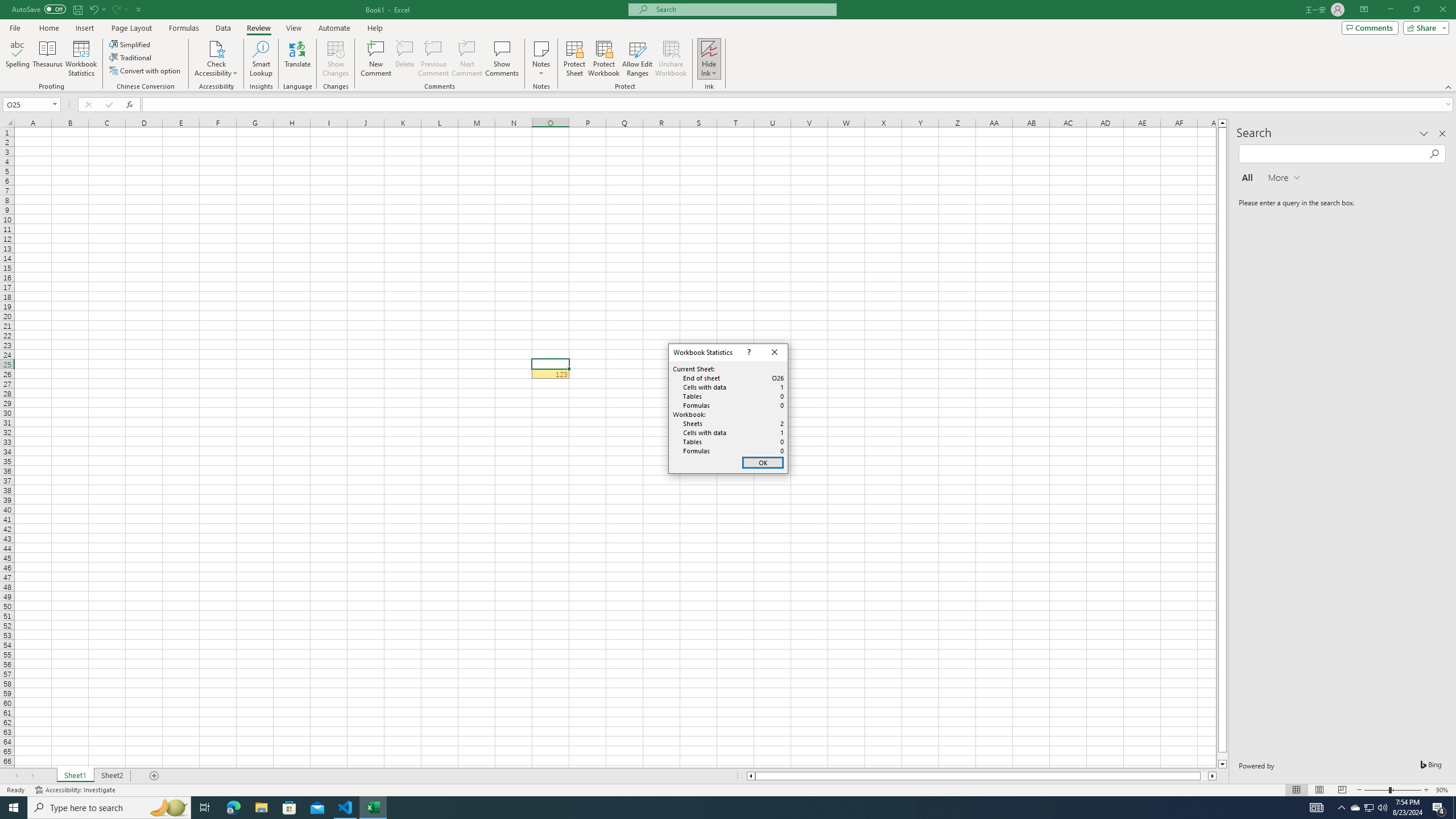 The height and width of the screenshot is (819, 1456). Describe the element at coordinates (84, 28) in the screenshot. I see `'Insert'` at that location.